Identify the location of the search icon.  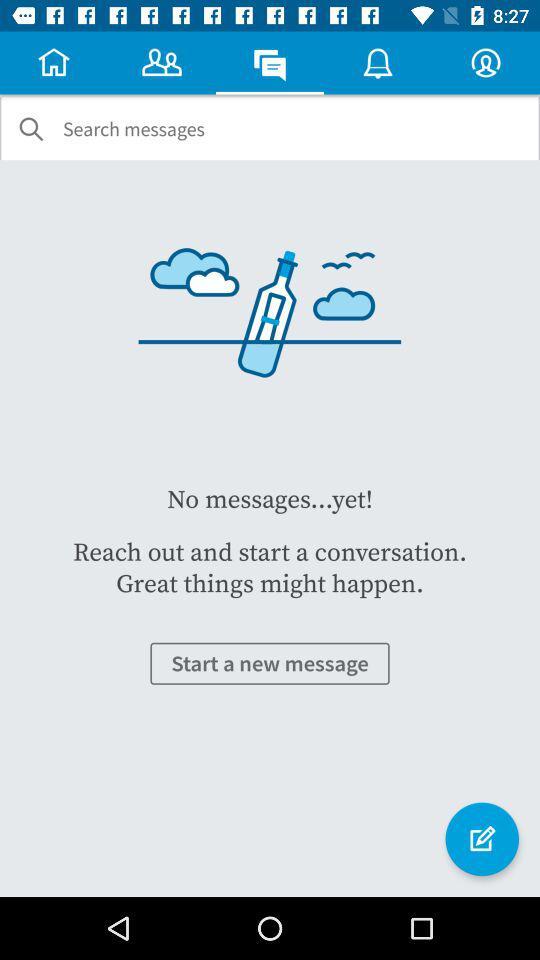
(30, 128).